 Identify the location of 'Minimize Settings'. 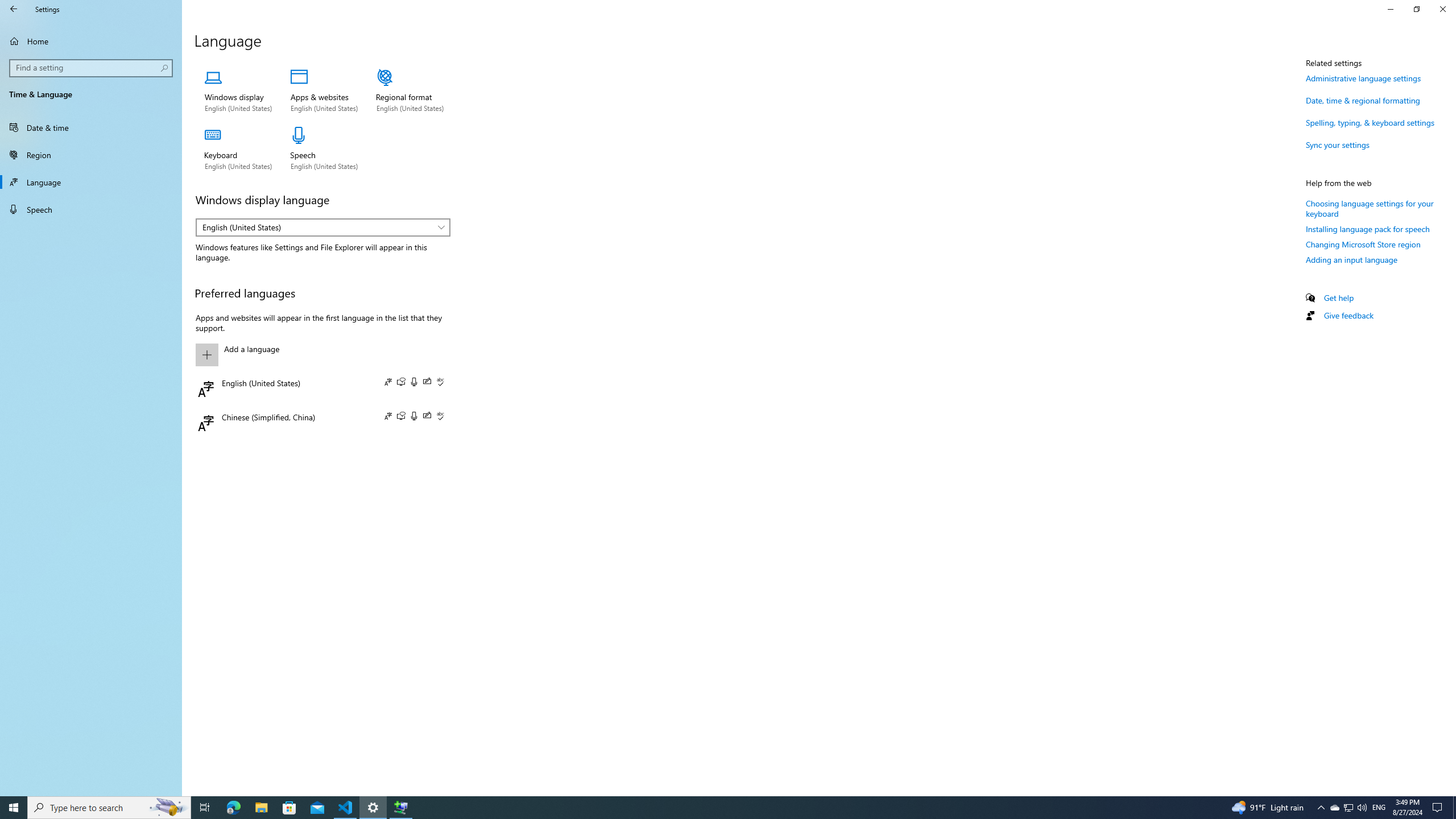
(1389, 9).